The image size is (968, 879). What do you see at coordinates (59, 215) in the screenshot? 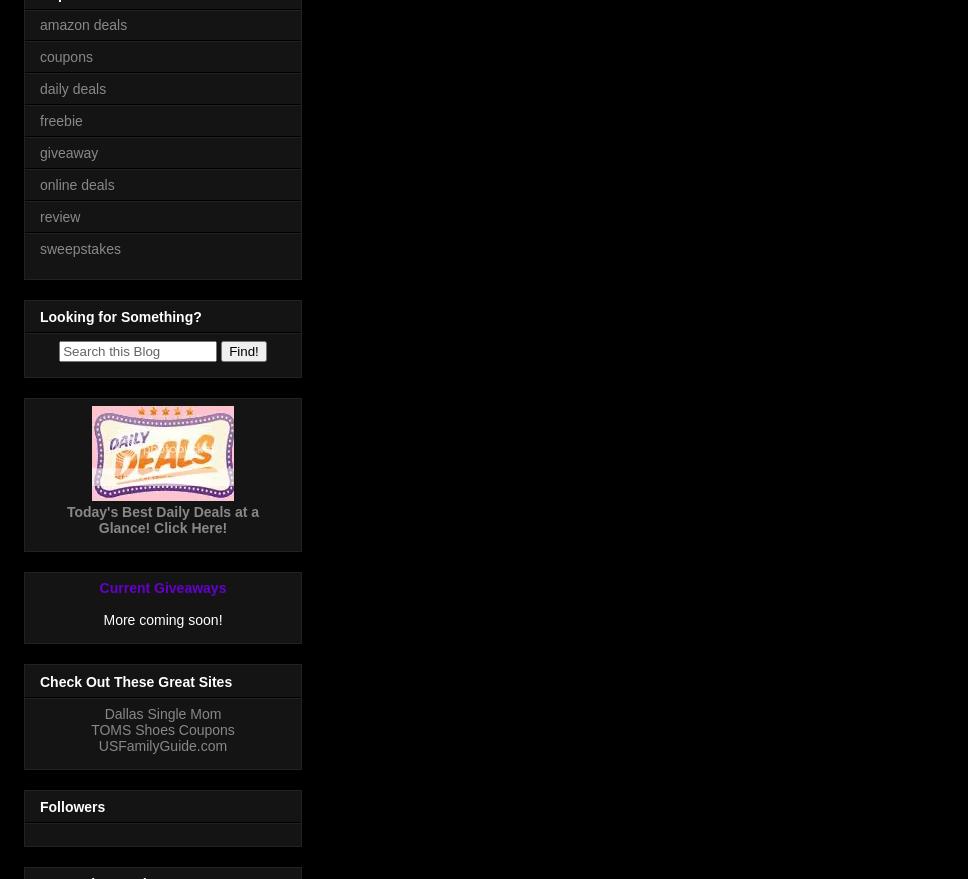
I see `'review'` at bounding box center [59, 215].